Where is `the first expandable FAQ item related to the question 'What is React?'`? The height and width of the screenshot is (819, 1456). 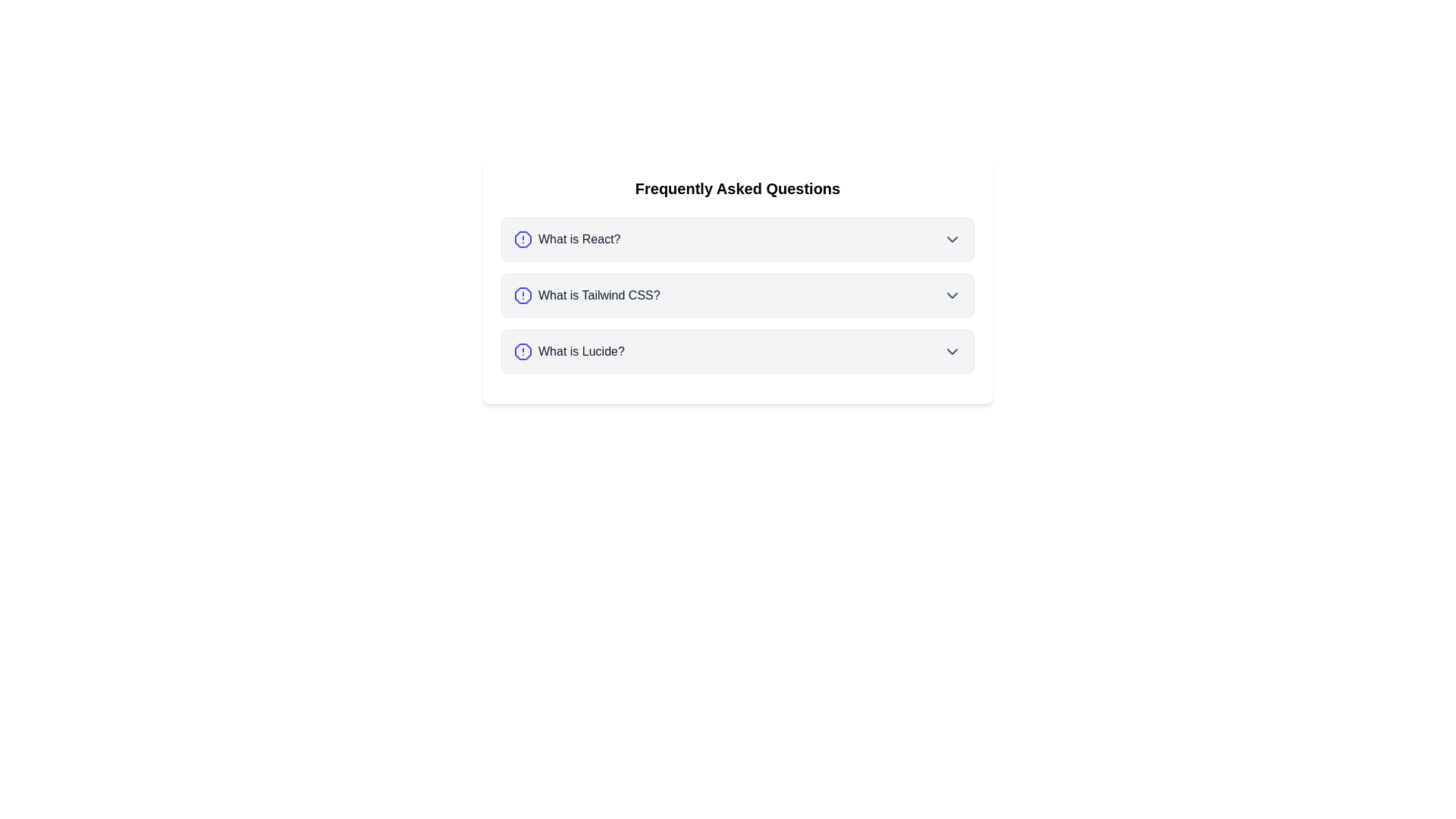
the first expandable FAQ item related to the question 'What is React?' is located at coordinates (738, 239).